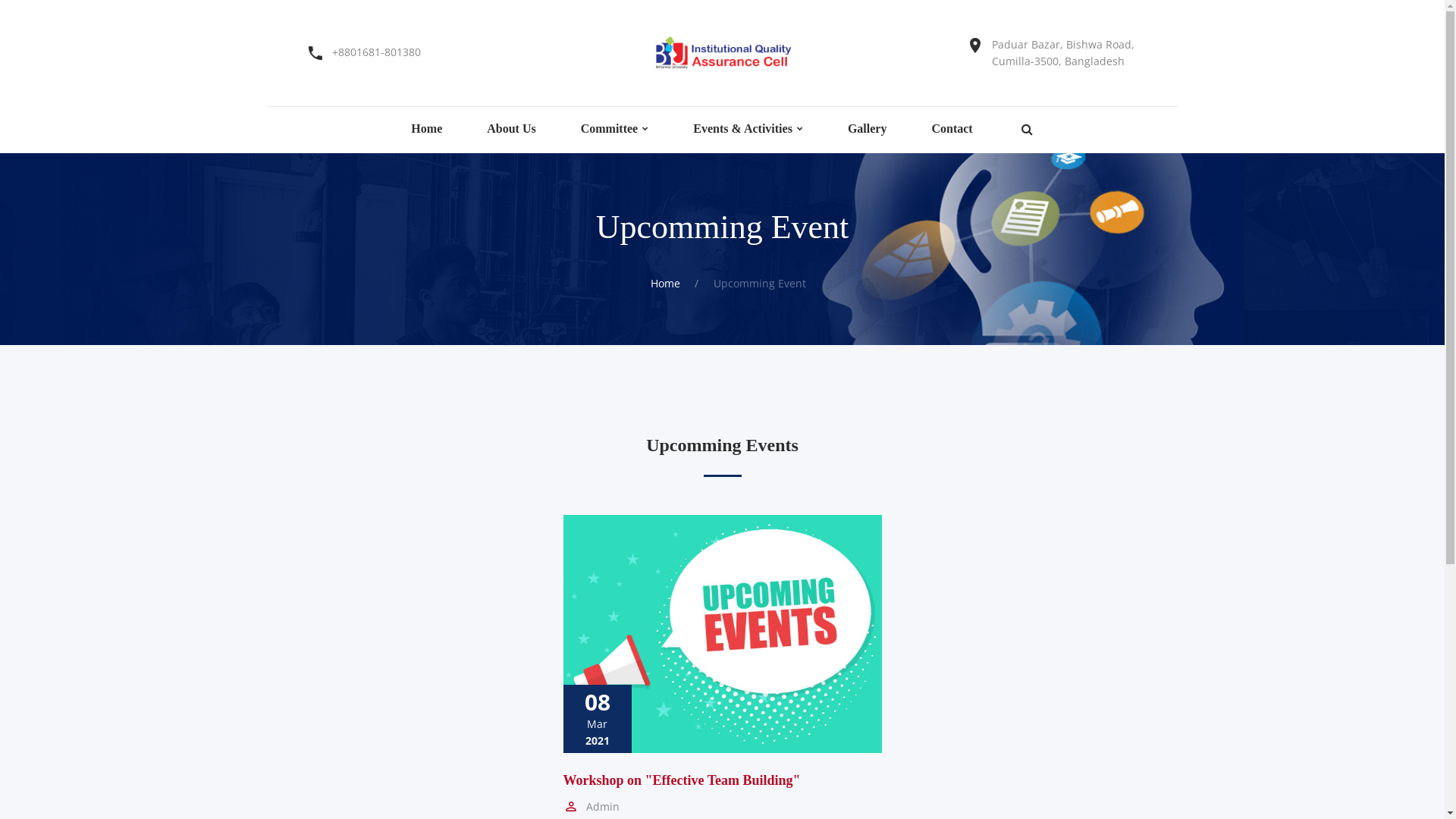 The width and height of the screenshot is (1456, 819). What do you see at coordinates (610, 127) in the screenshot?
I see `'Committee'` at bounding box center [610, 127].